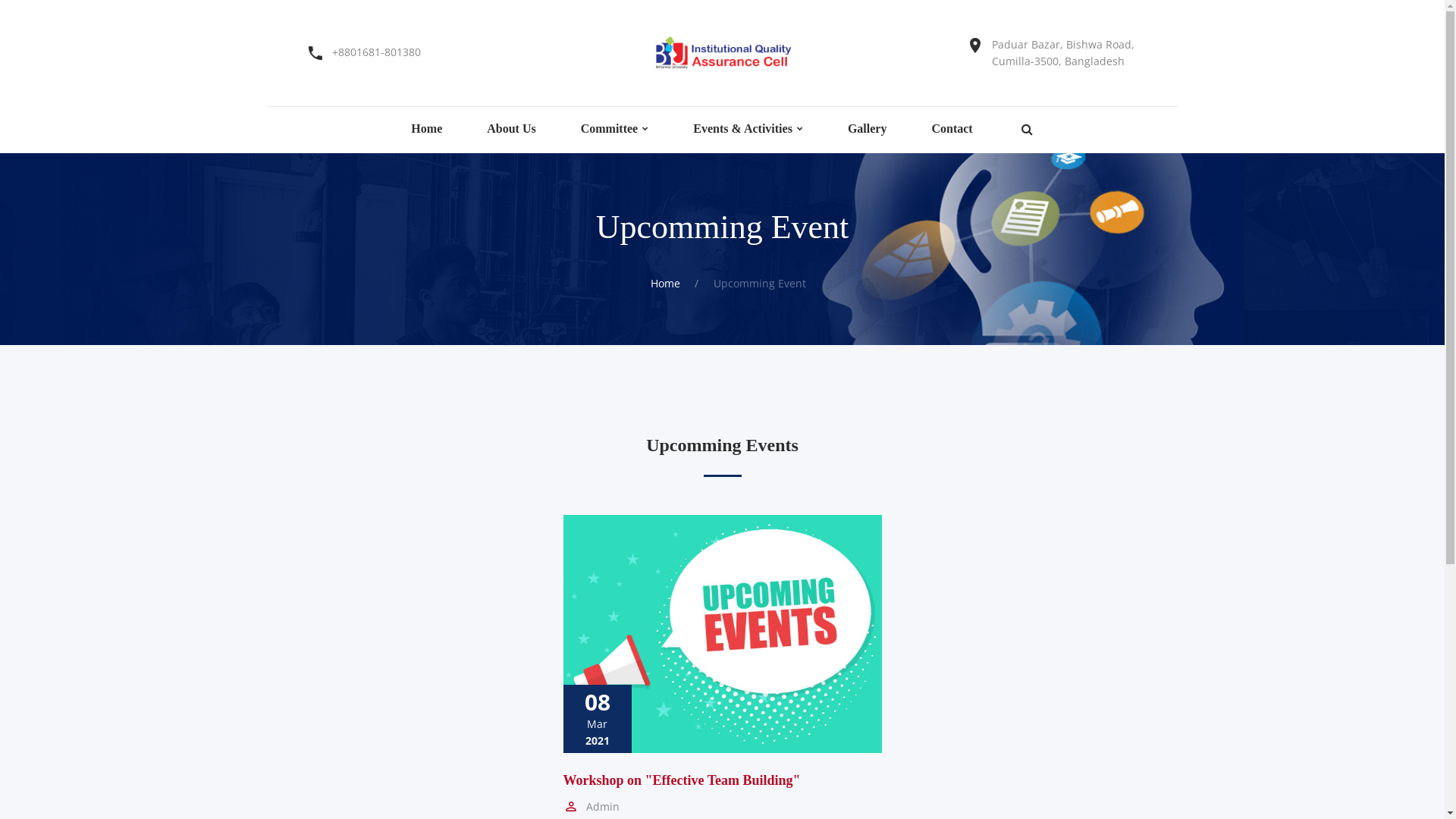 The width and height of the screenshot is (1456, 819). What do you see at coordinates (610, 127) in the screenshot?
I see `'Committee'` at bounding box center [610, 127].